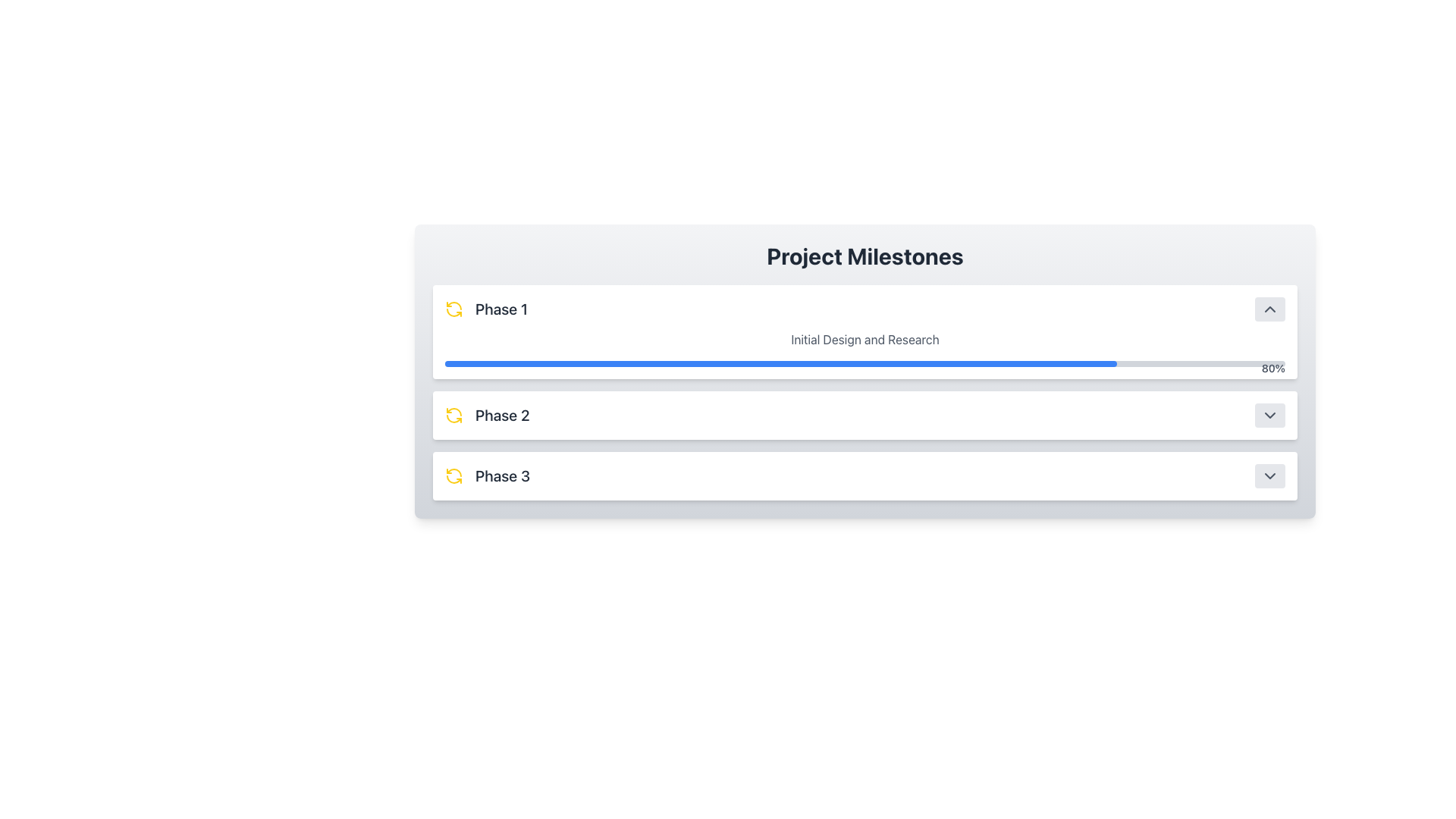 Image resolution: width=1456 pixels, height=819 pixels. Describe the element at coordinates (1270, 309) in the screenshot. I see `the upward-pointing chevron icon with a gray outline on a light gray background located at the far right end of the 'Phase 1' row` at that location.